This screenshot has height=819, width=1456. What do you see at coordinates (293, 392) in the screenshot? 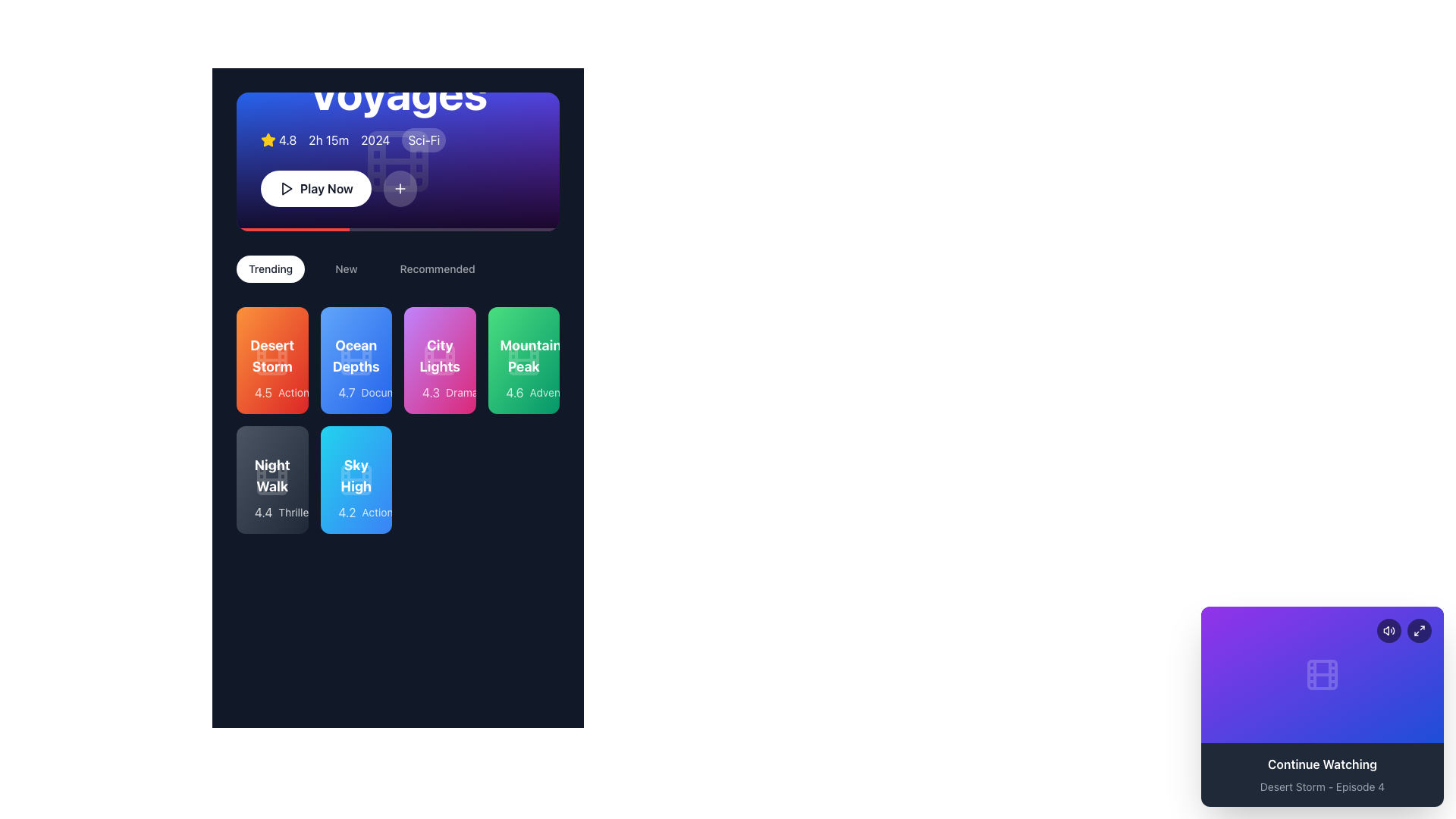
I see `the text label located at the bottom-right of the orange card labeled 'Desert Storm', which provides genre or category information` at bounding box center [293, 392].